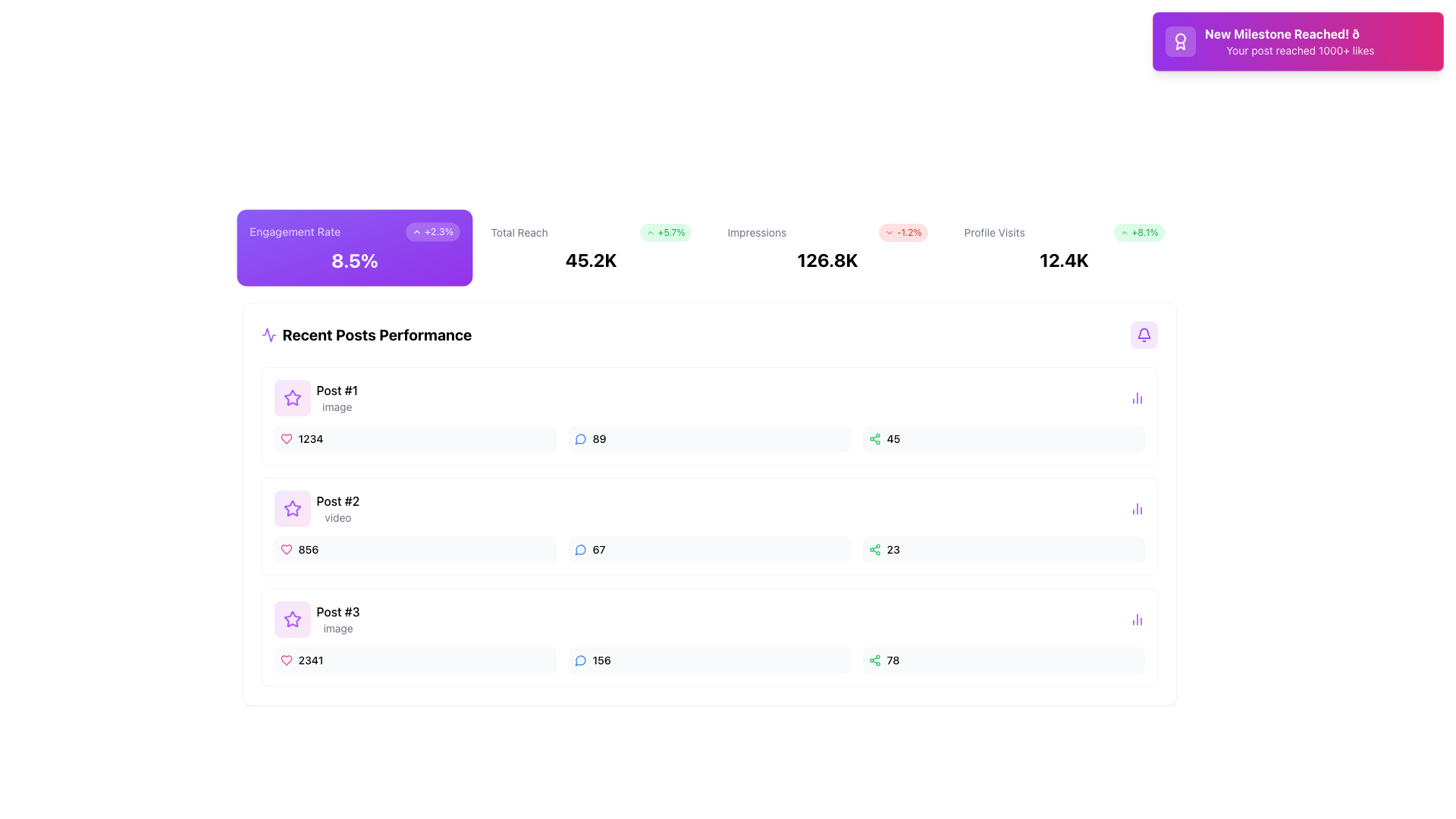  I want to click on the speech bubble icon representing the comments count for the second post's performance in the list of metrics, so click(579, 550).